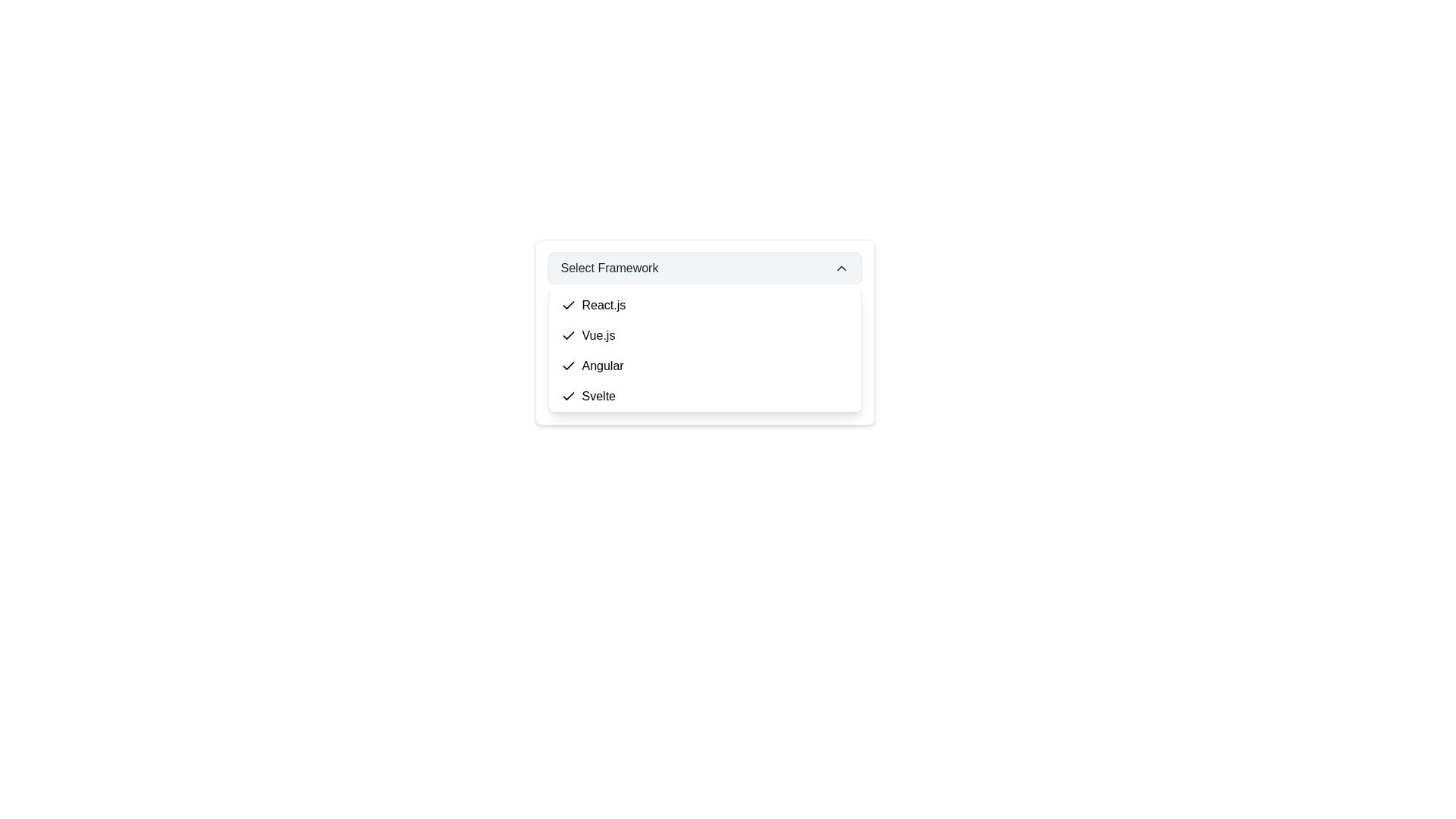 This screenshot has height=819, width=1456. I want to click on the list item labeled 'React.js' in the dropdown menu, so click(704, 305).